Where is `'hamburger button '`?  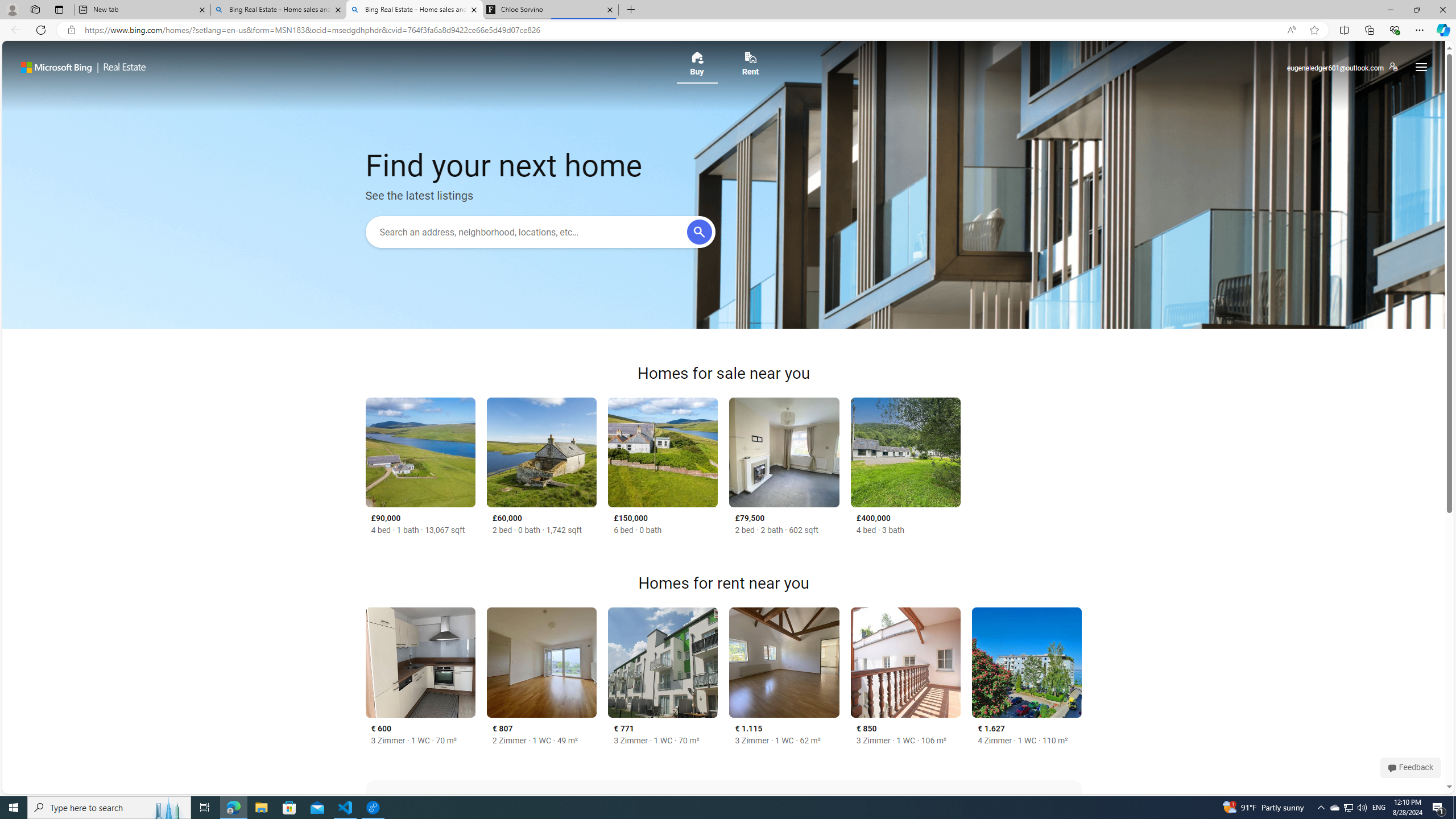
'hamburger button ' is located at coordinates (1420, 67).